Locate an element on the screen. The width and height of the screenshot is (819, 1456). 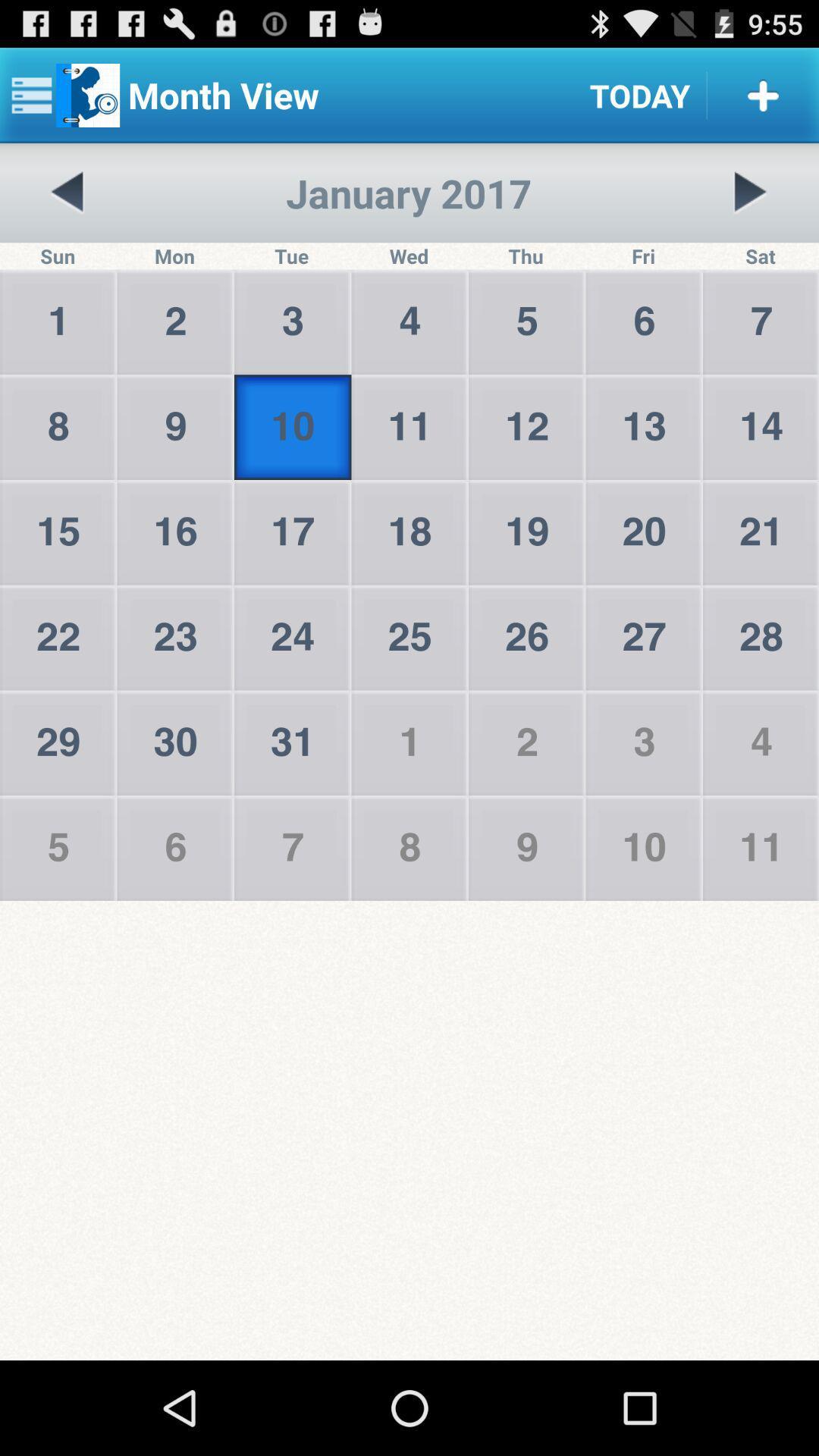
new entry is located at coordinates (763, 94).